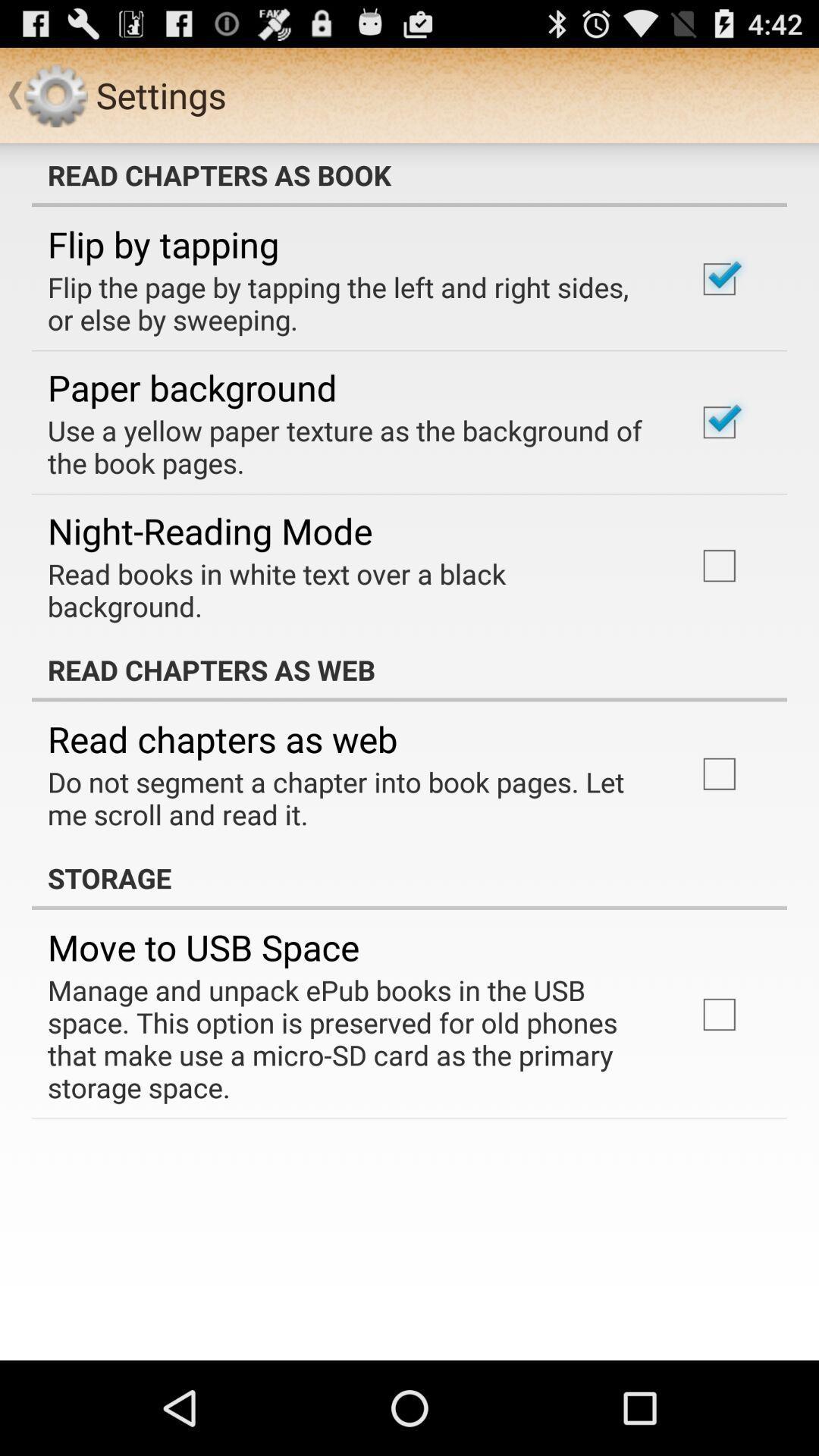  Describe the element at coordinates (210, 531) in the screenshot. I see `the night-reading mode icon` at that location.